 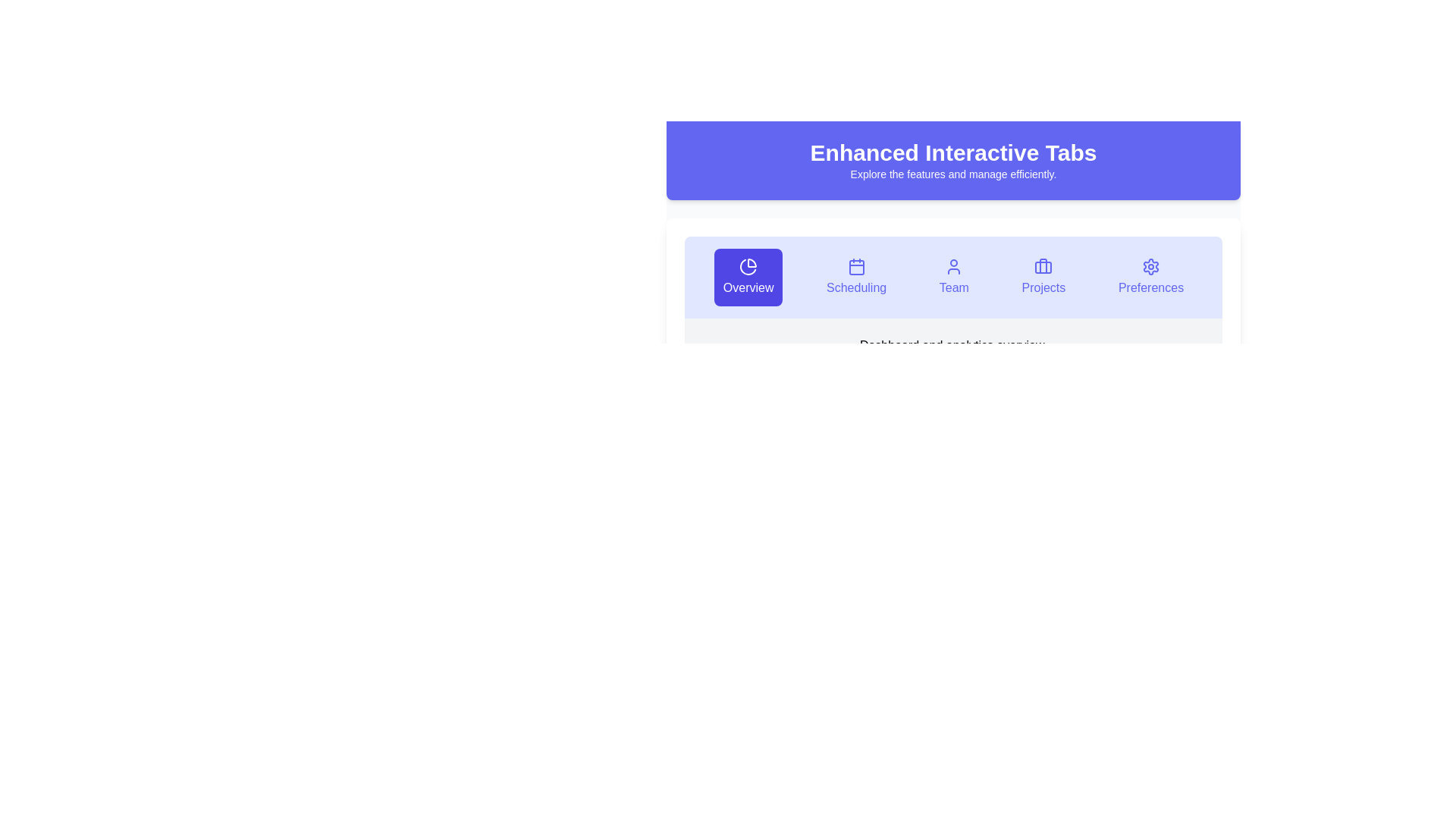 I want to click on the 'Overview' button, which is a blue rectangular button with white text and a pie chart icon, located in the top-center navigation bar, so click(x=748, y=278).